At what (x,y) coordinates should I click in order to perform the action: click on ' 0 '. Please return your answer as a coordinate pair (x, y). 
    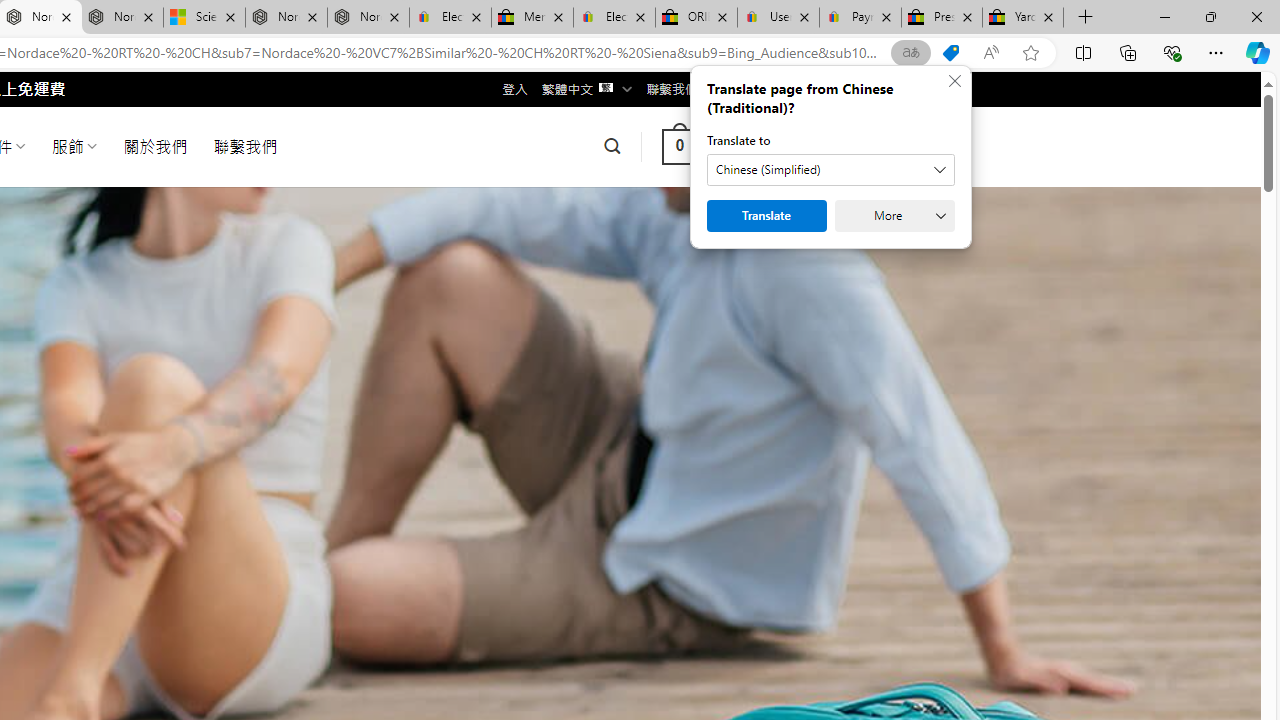
    Looking at the image, I should click on (679, 145).